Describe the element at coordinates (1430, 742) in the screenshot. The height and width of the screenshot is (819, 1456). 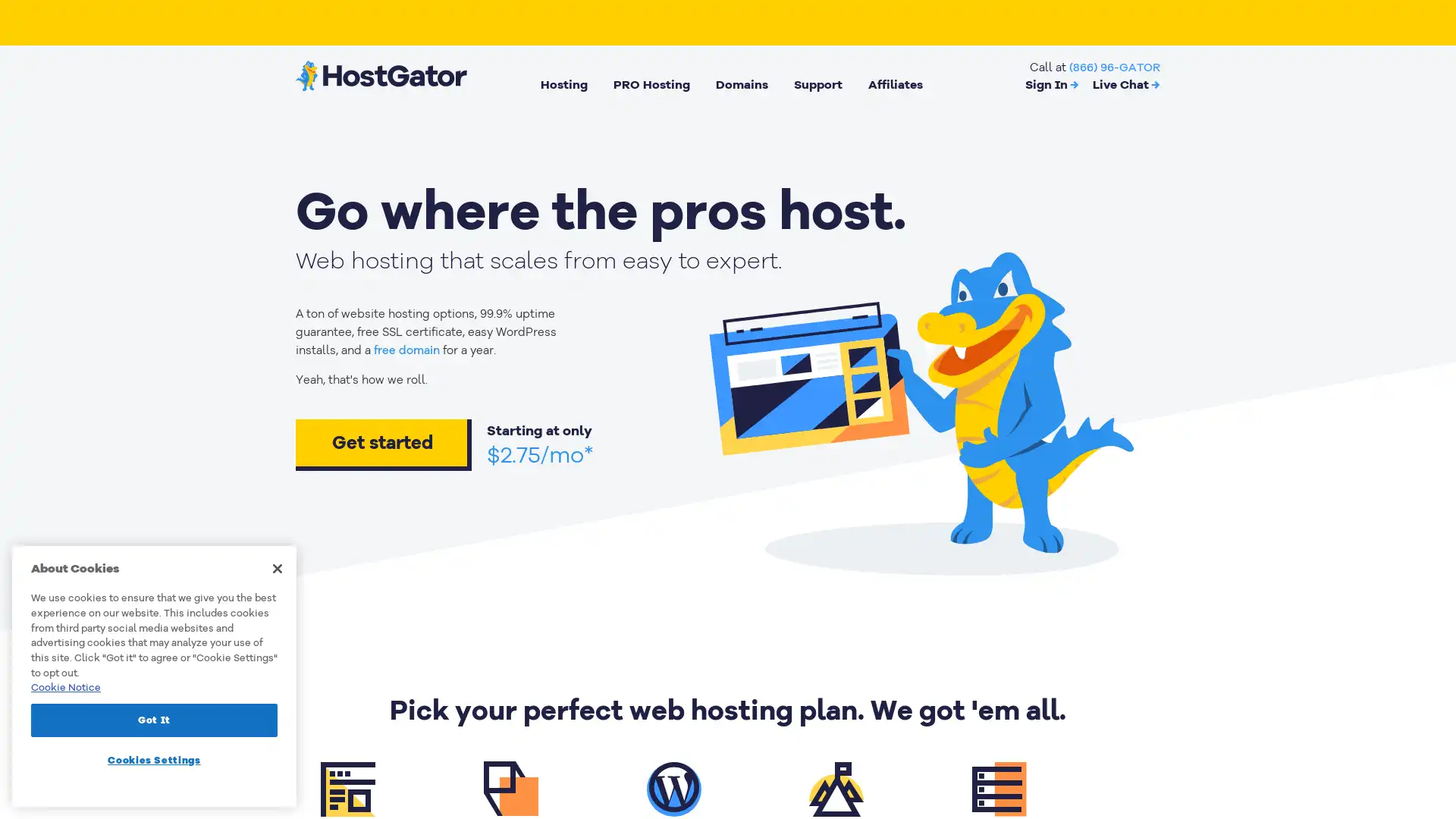
I see `Explore your accessibility options` at that location.